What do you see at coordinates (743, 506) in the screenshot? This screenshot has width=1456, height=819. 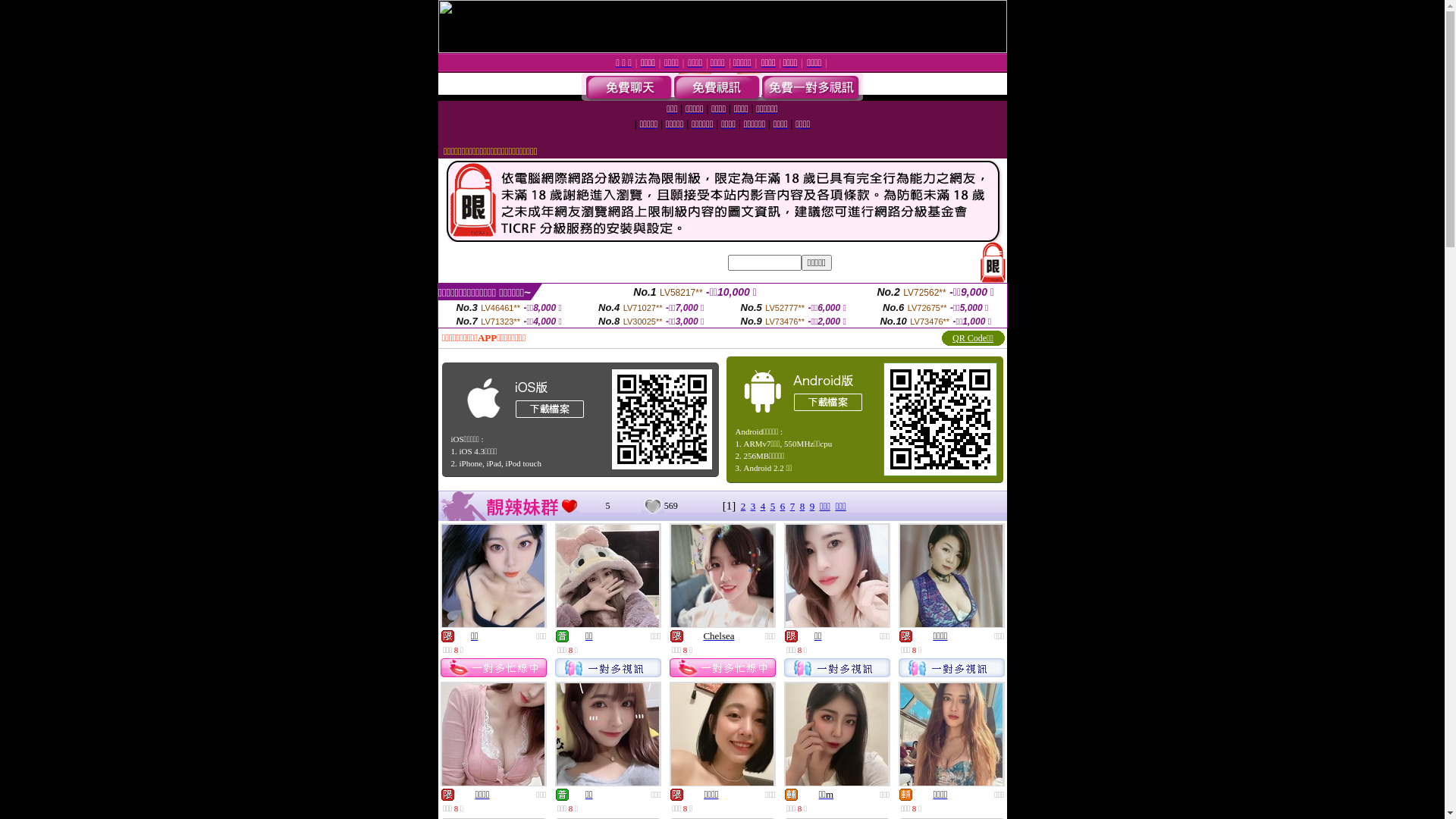 I see `'2'` at bounding box center [743, 506].